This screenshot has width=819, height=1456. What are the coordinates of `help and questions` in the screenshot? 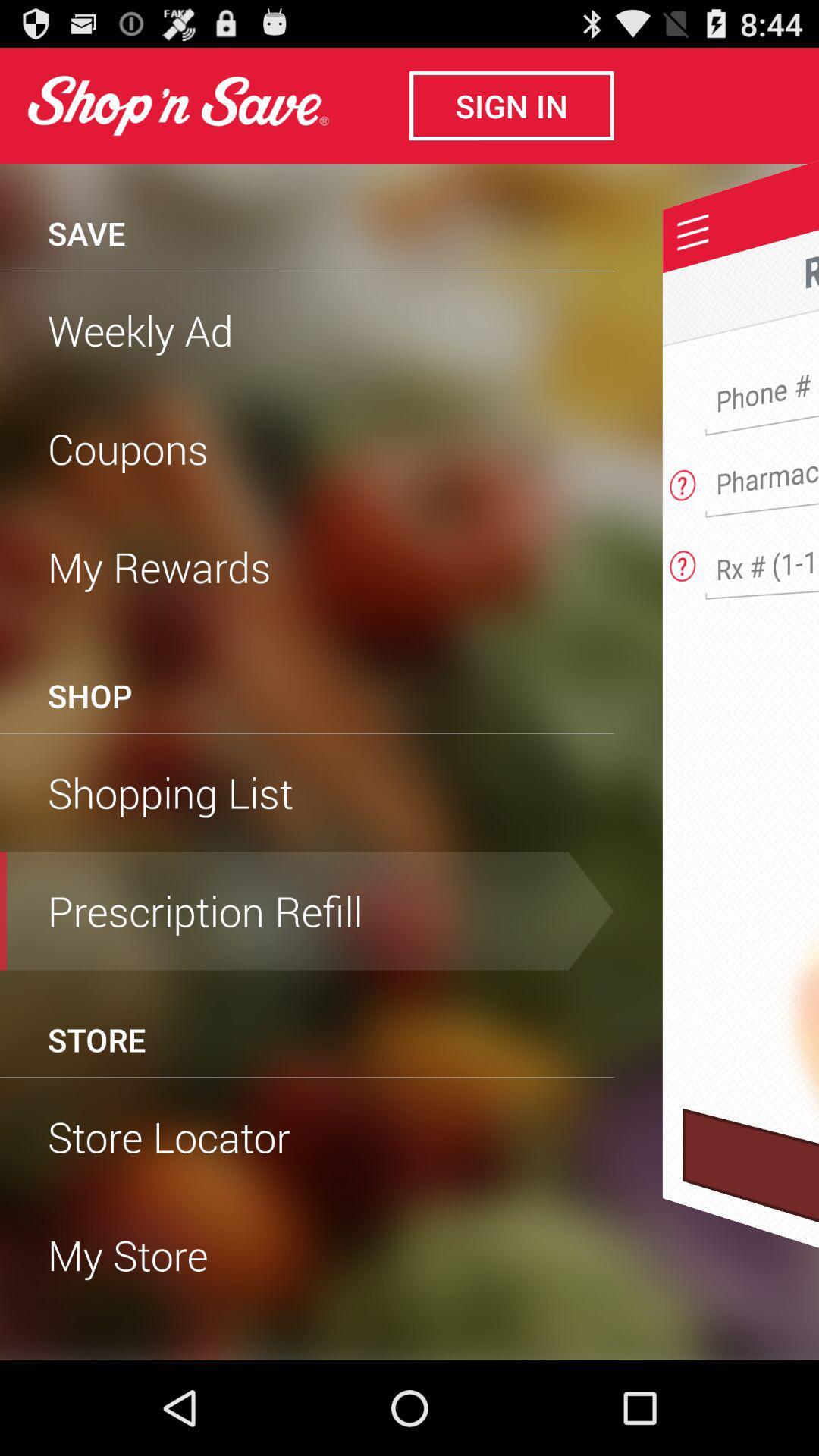 It's located at (682, 560).